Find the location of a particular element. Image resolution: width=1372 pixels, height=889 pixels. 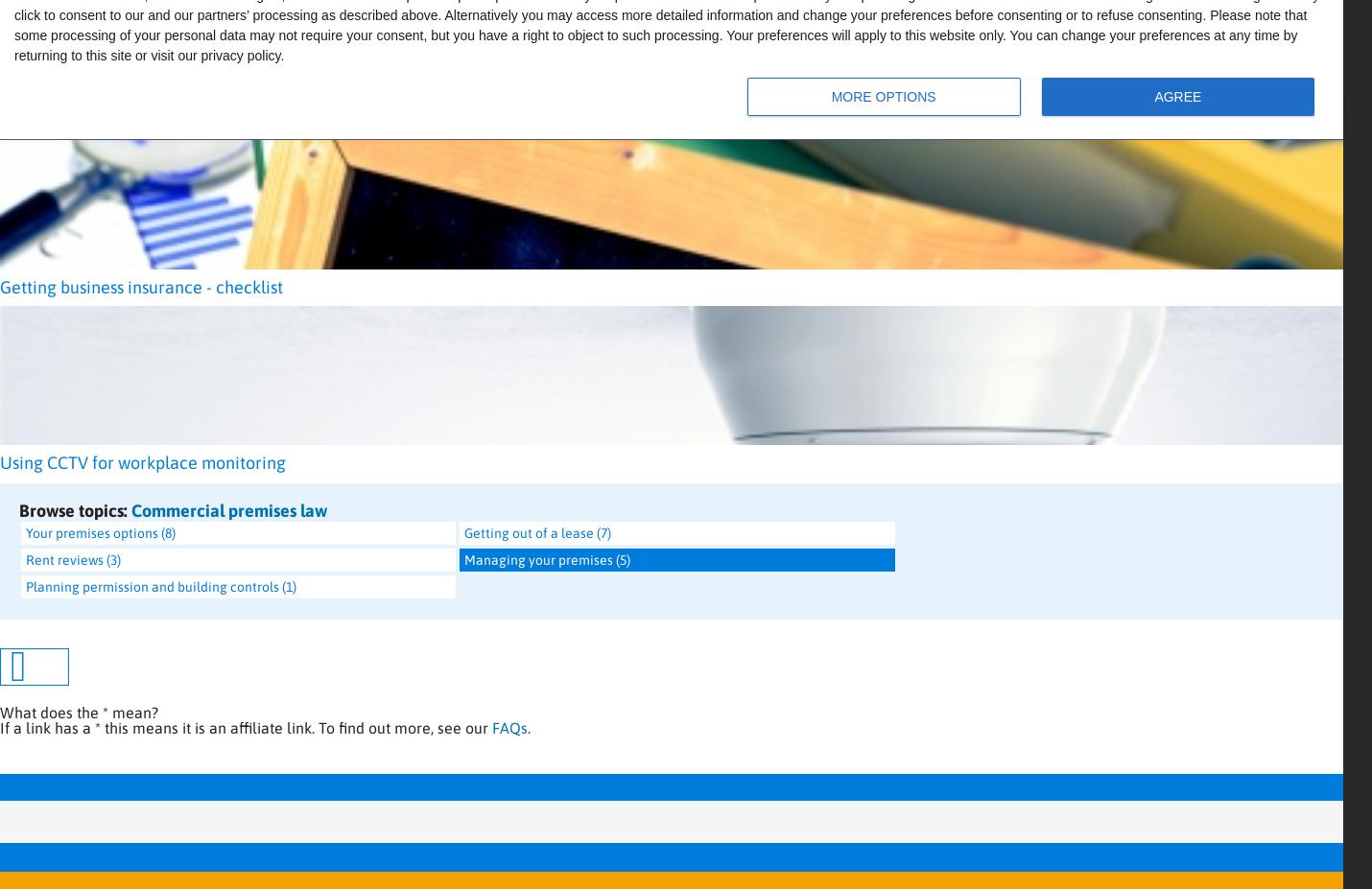

'Getting business insurance - checklist' is located at coordinates (140, 287).